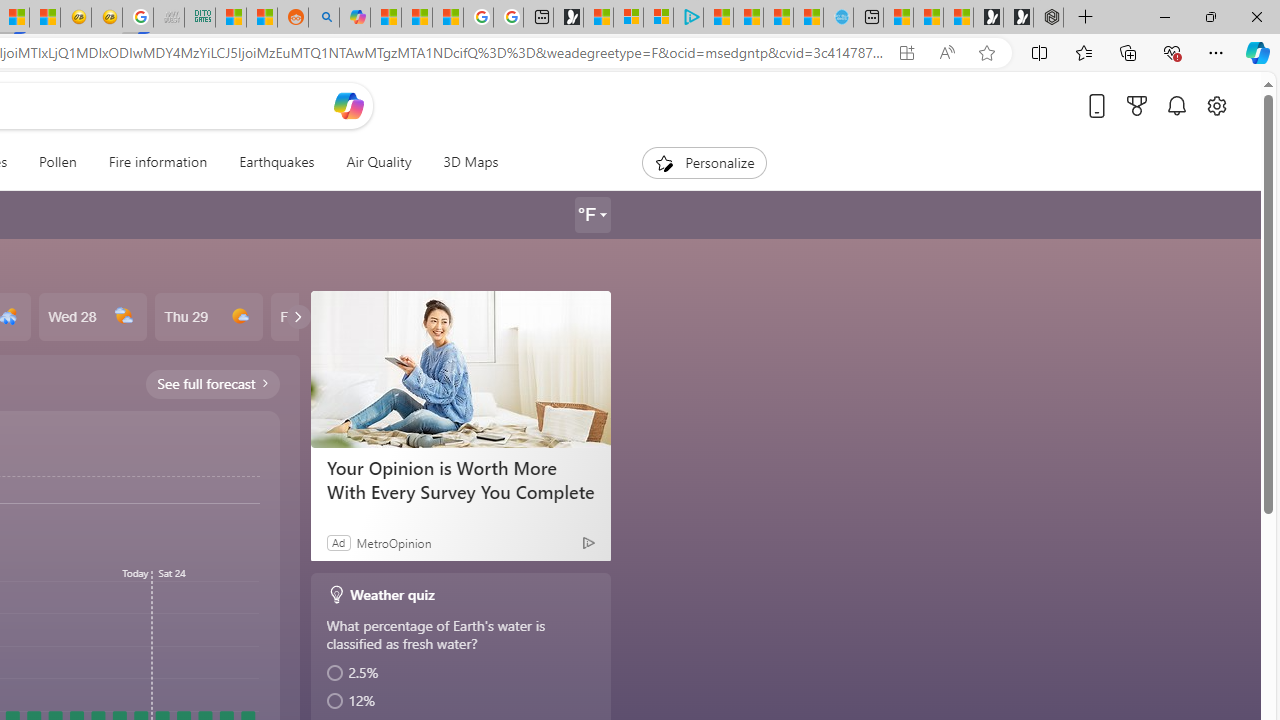  Describe the element at coordinates (1209, 16) in the screenshot. I see `'Restore'` at that location.